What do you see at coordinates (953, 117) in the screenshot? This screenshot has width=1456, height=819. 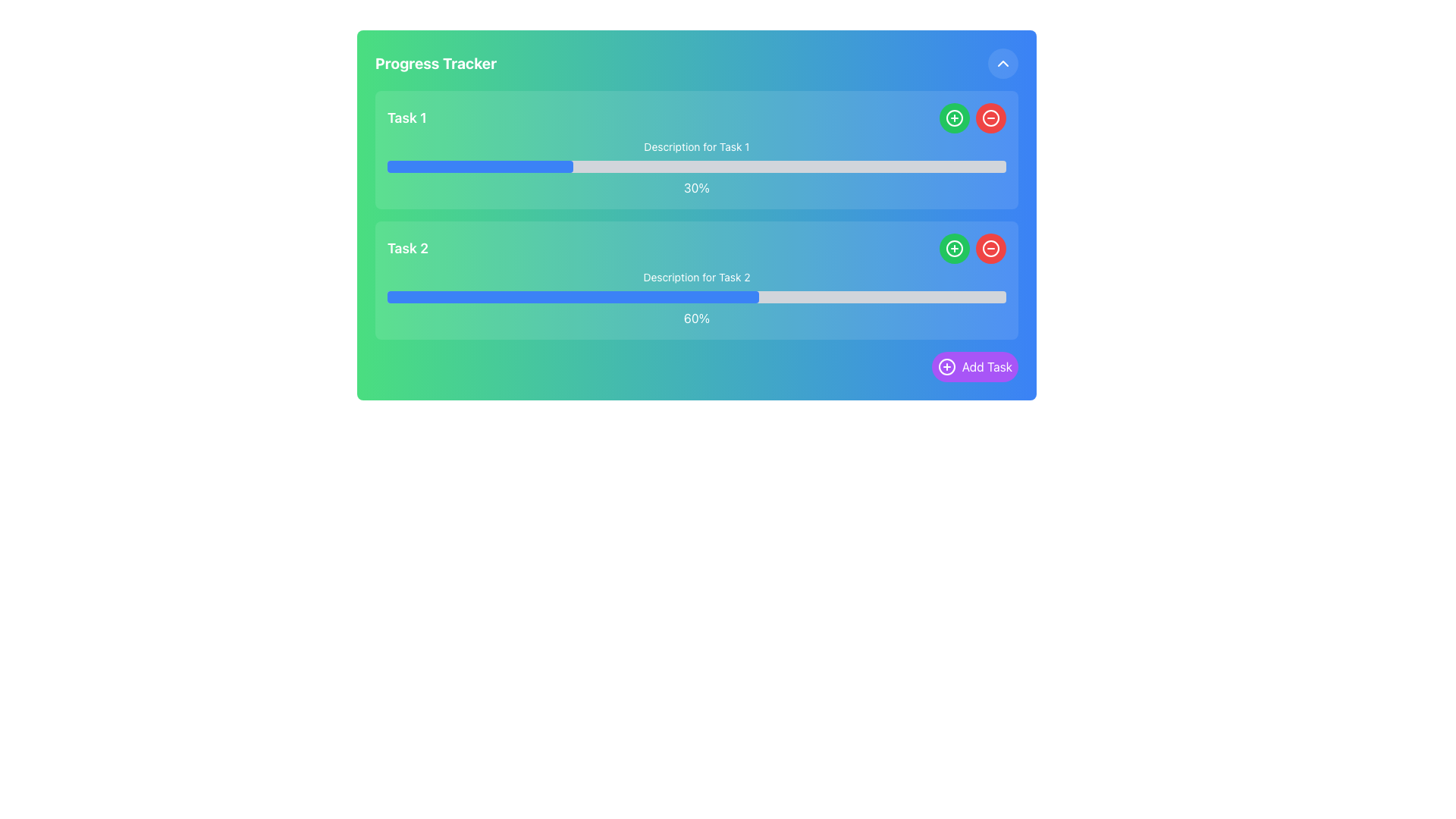 I see `the circular green button with a white plus symbol located at the top-right corner of the first task row` at bounding box center [953, 117].